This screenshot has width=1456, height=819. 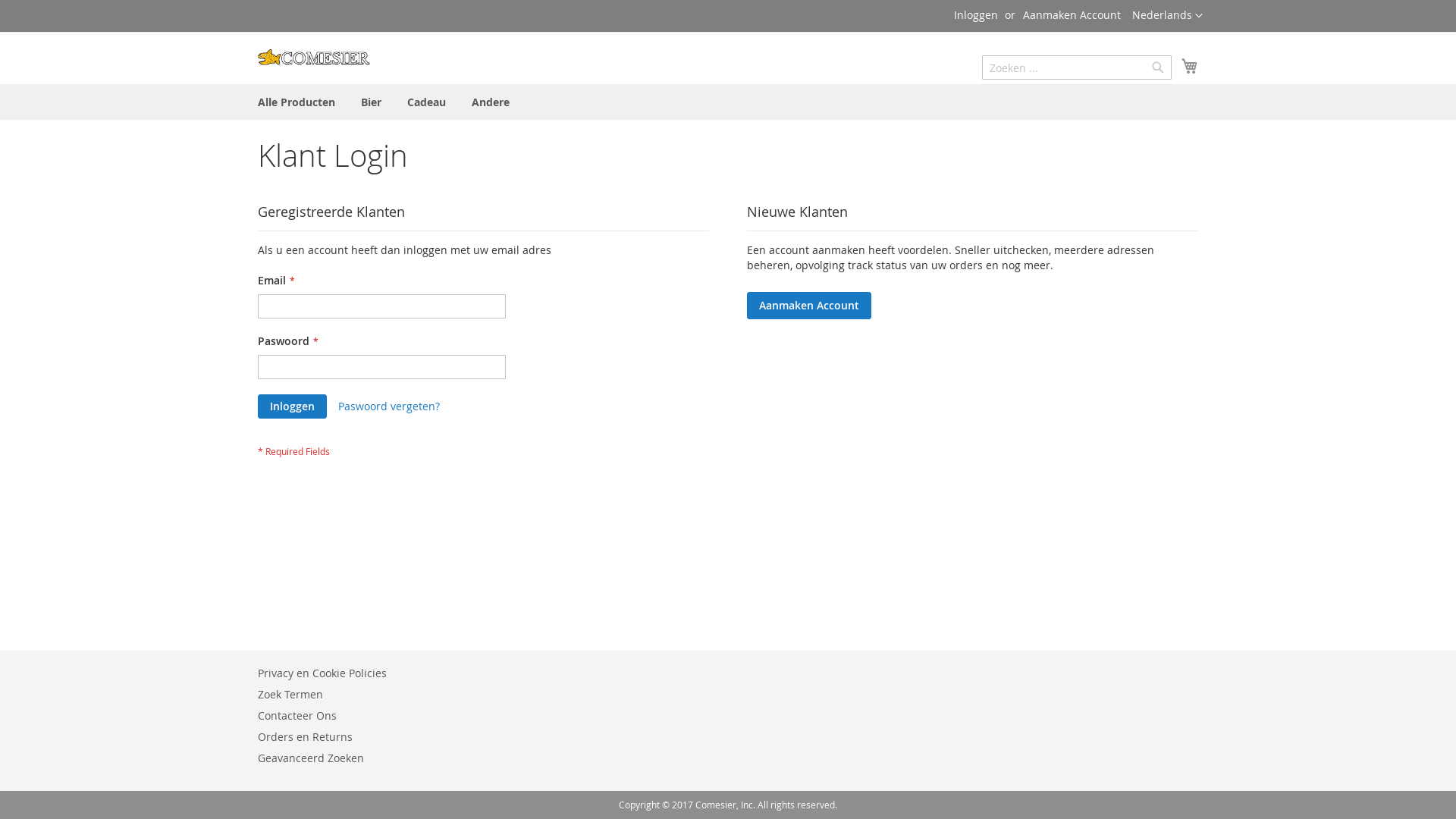 What do you see at coordinates (258, 306) in the screenshot?
I see `'Email'` at bounding box center [258, 306].